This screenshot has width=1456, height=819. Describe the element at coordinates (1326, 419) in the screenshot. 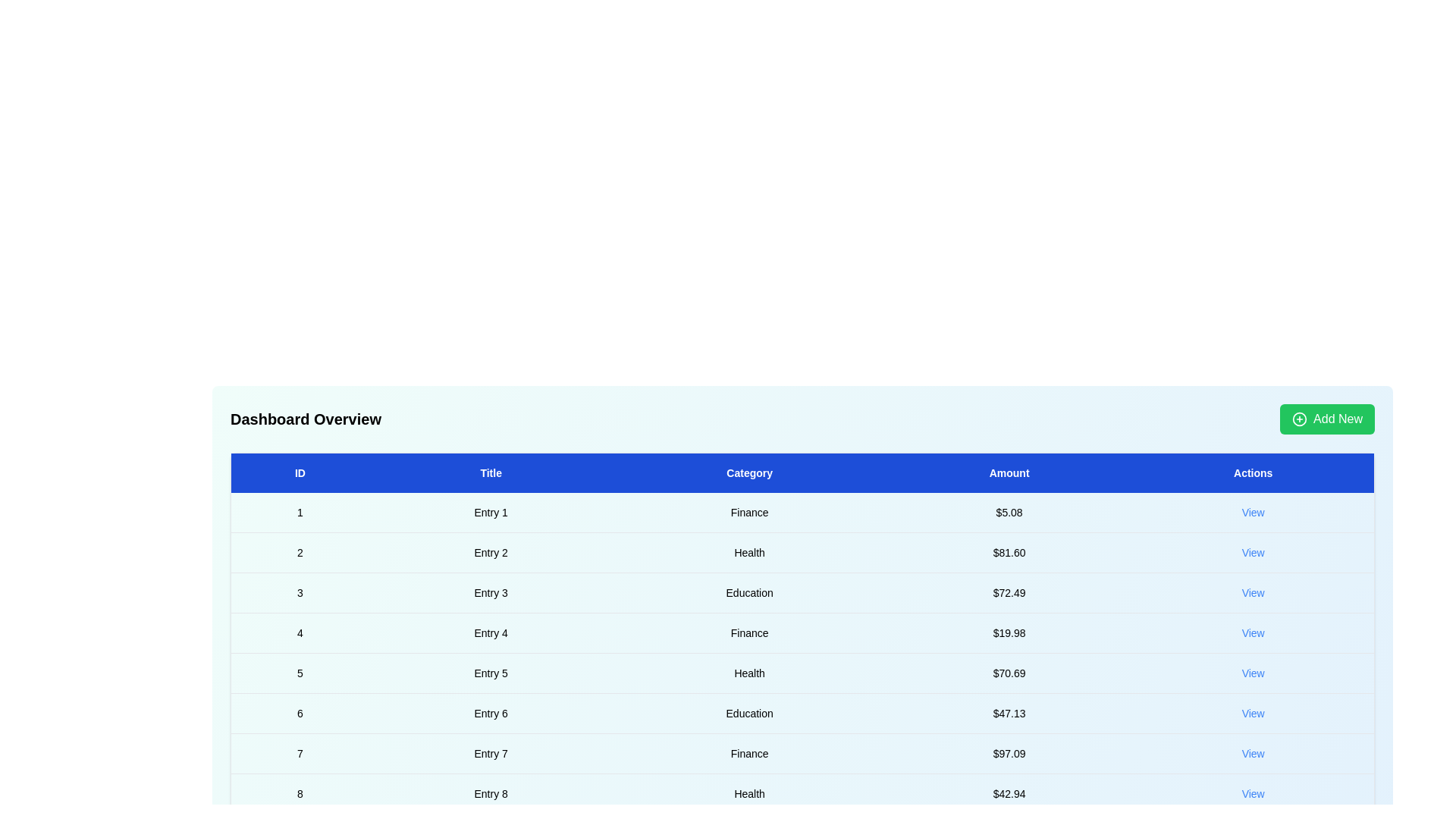

I see `the 'Add New' button to create a new entry` at that location.